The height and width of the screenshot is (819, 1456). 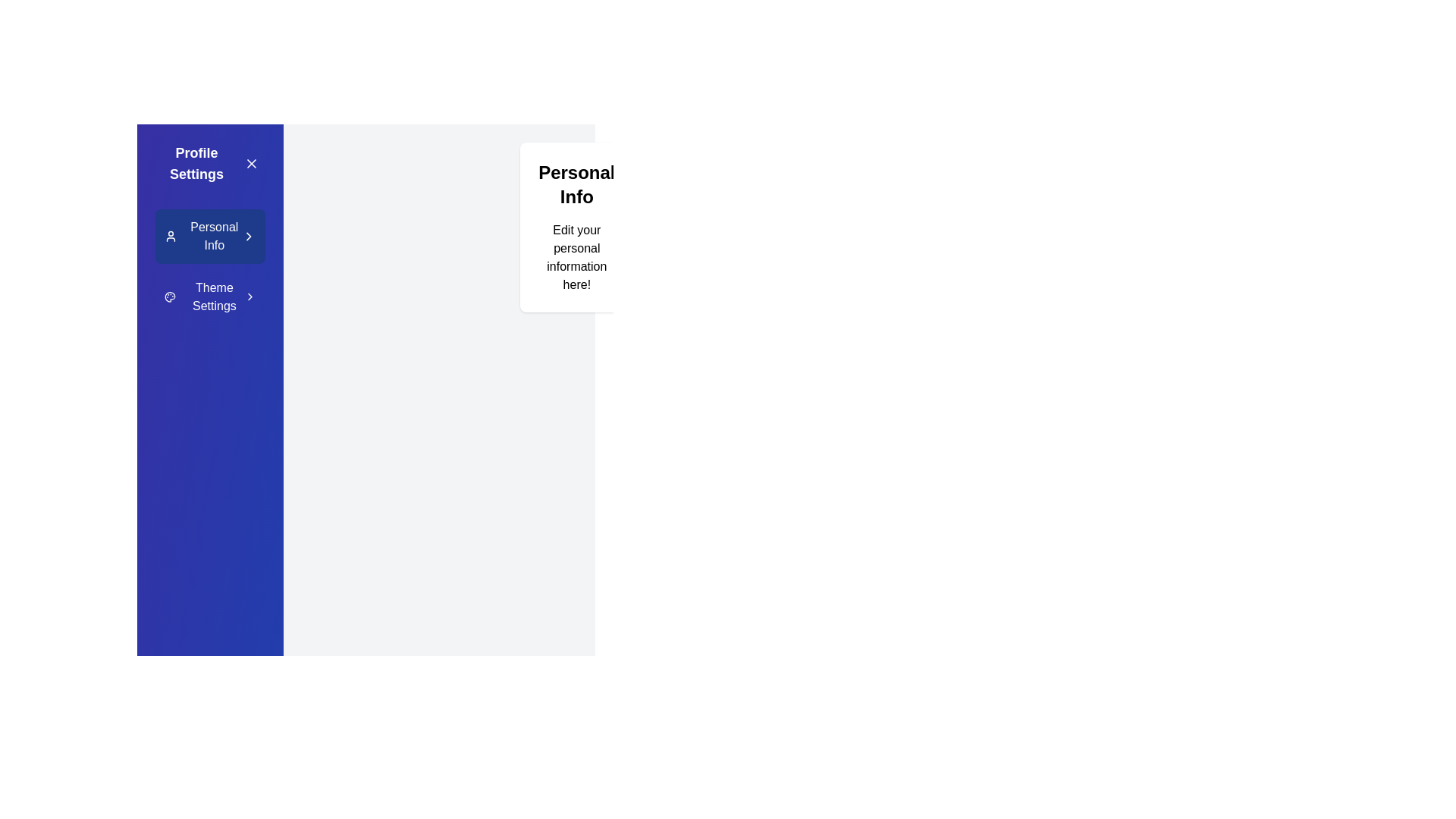 What do you see at coordinates (213, 237) in the screenshot?
I see `the 'Personal Info' navigation button, which is displayed in white font within a blue rounded rectangle on the left sidebar menu` at bounding box center [213, 237].